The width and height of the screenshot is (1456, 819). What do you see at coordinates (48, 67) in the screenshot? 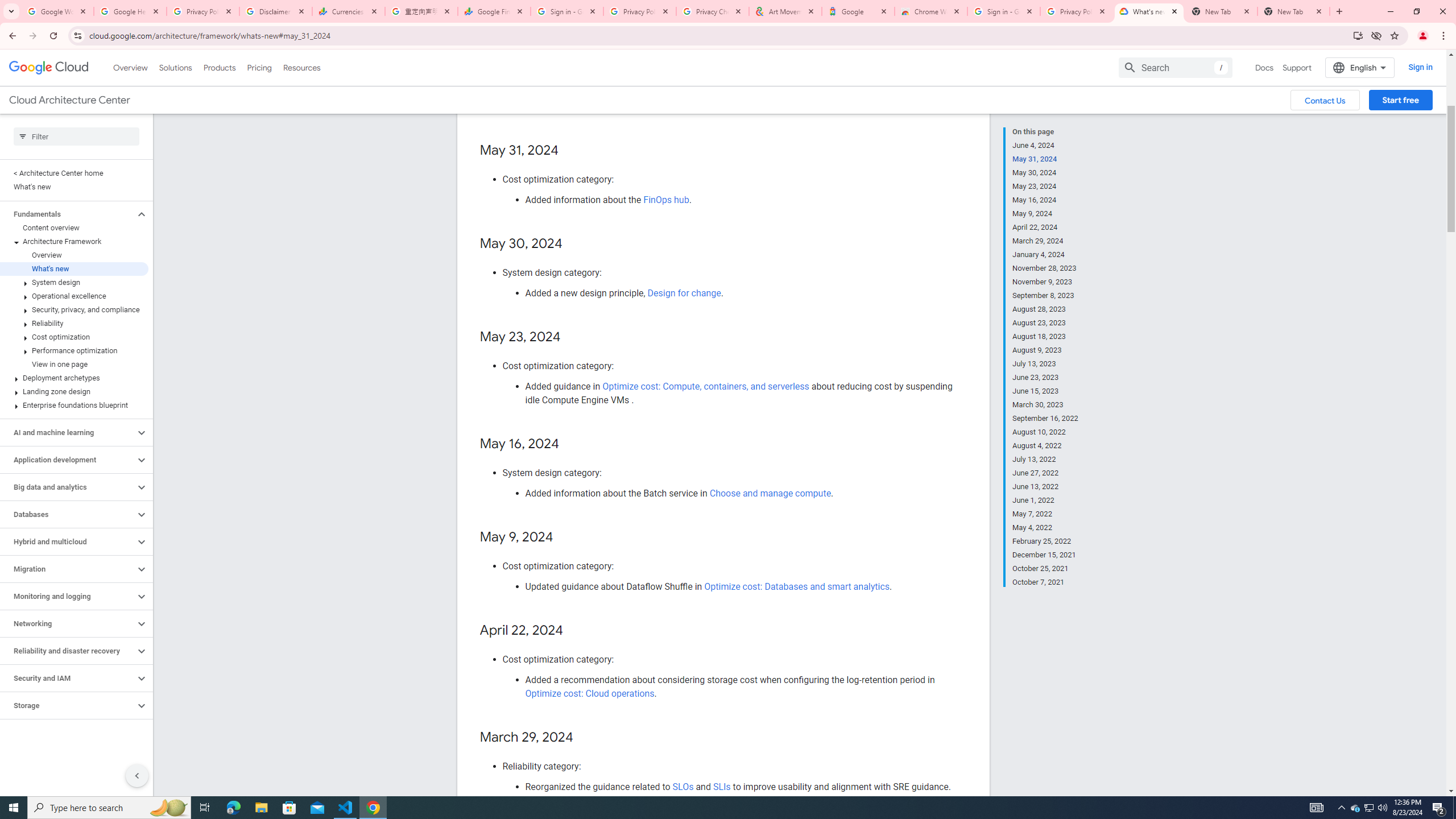
I see `'Google Cloud'` at bounding box center [48, 67].